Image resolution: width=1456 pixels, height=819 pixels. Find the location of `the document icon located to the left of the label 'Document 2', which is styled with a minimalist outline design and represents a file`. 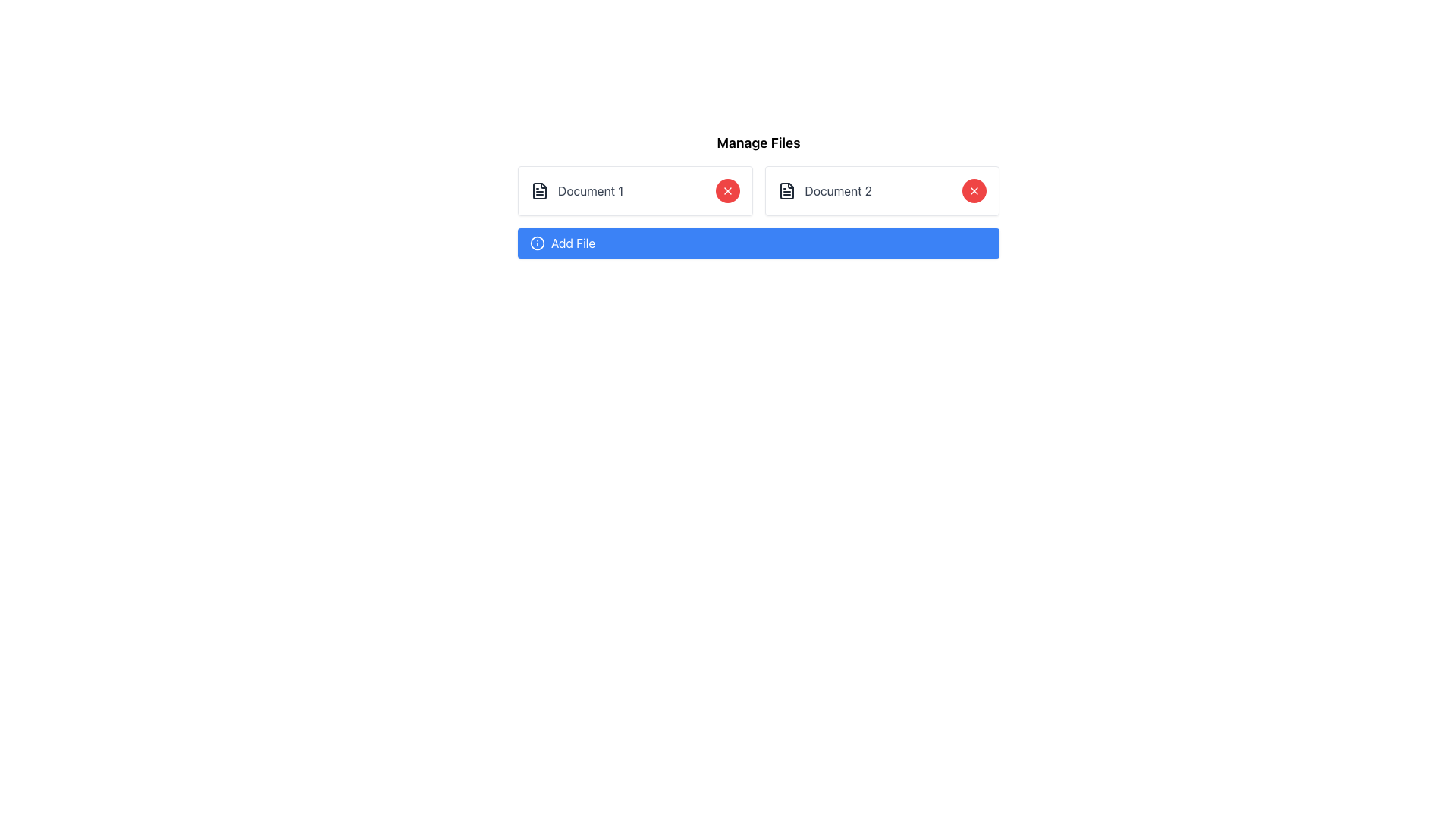

the document icon located to the left of the label 'Document 2', which is styled with a minimalist outline design and represents a file is located at coordinates (786, 190).